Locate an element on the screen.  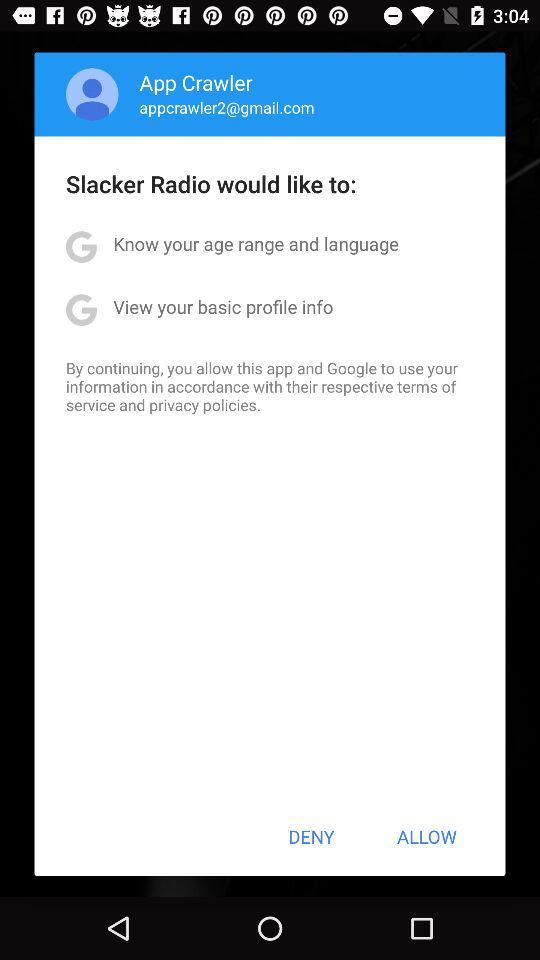
icon above view your basic app is located at coordinates (256, 242).